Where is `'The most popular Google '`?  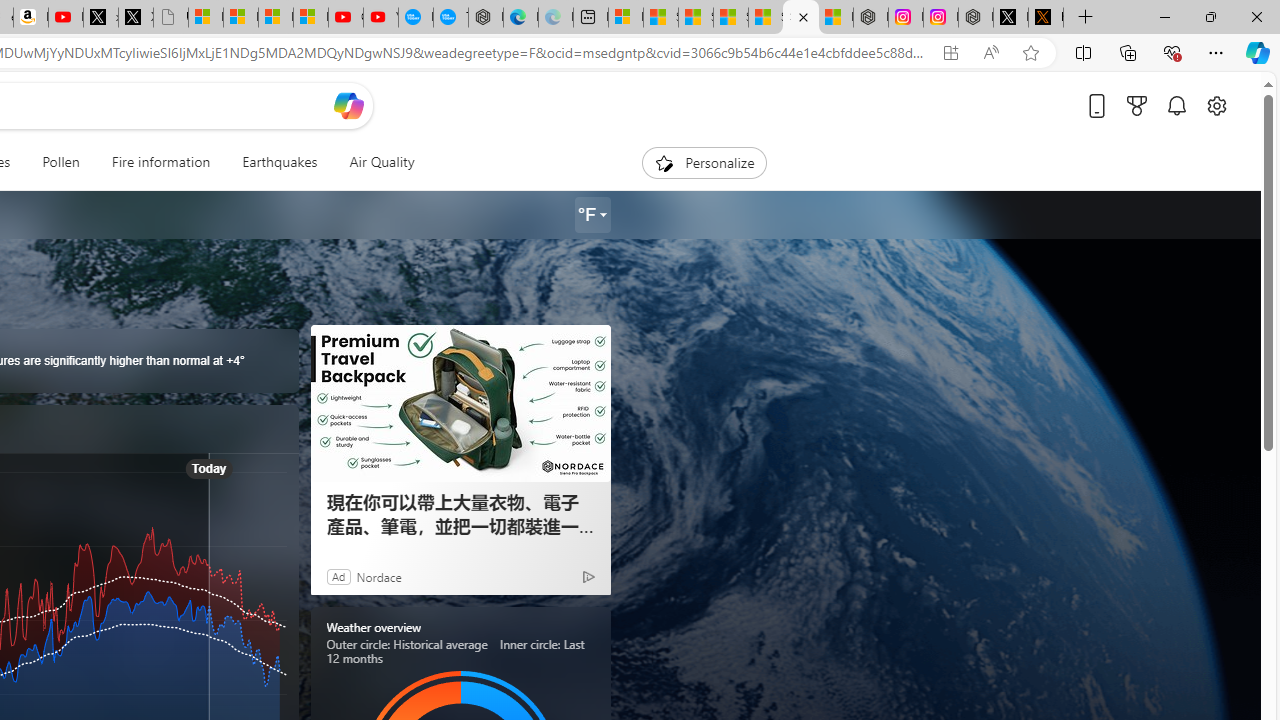 'The most popular Google ' is located at coordinates (450, 17).